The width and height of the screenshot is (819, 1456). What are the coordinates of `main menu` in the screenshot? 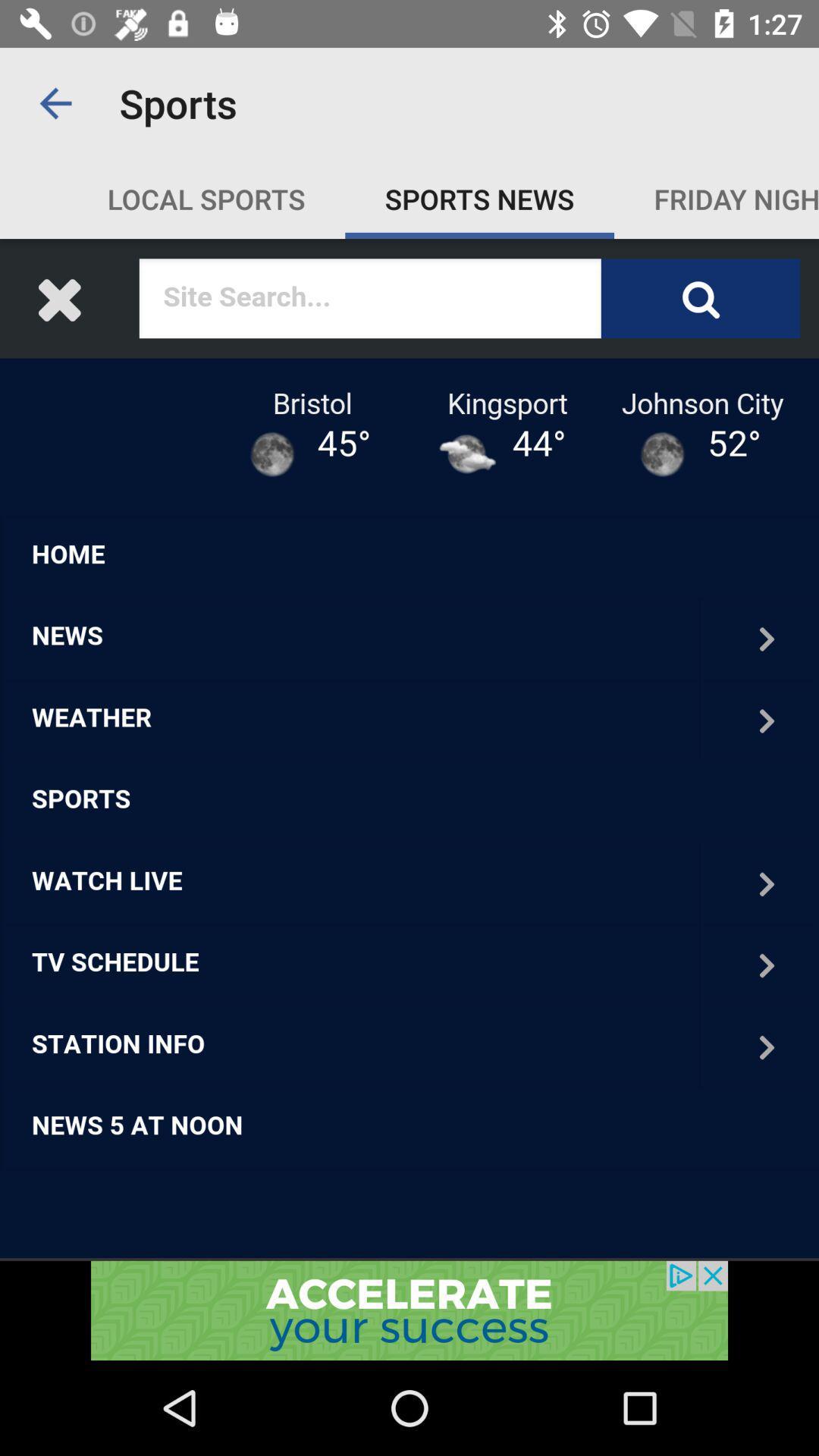 It's located at (409, 749).